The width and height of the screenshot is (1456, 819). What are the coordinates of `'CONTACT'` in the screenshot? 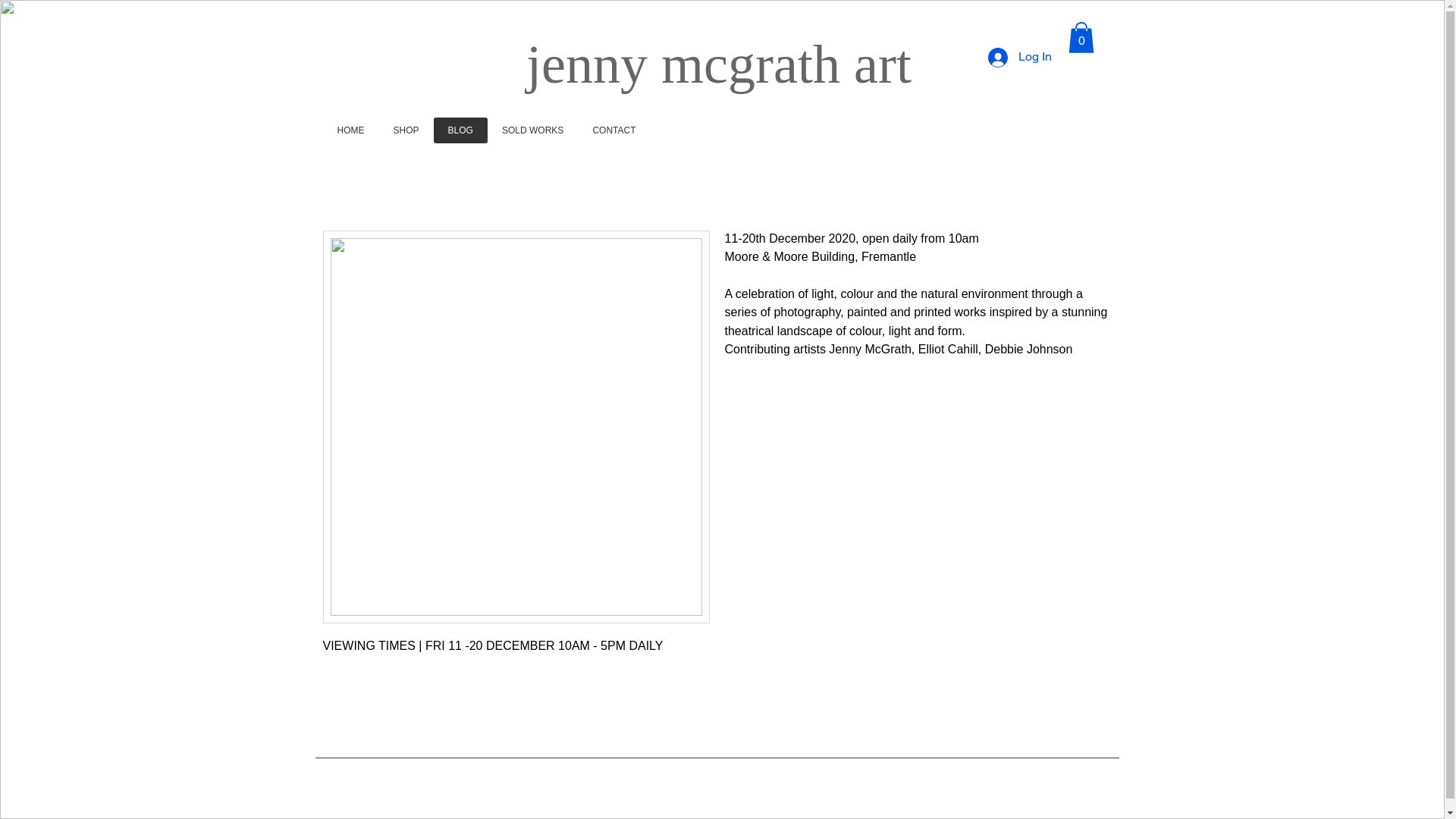 It's located at (613, 130).